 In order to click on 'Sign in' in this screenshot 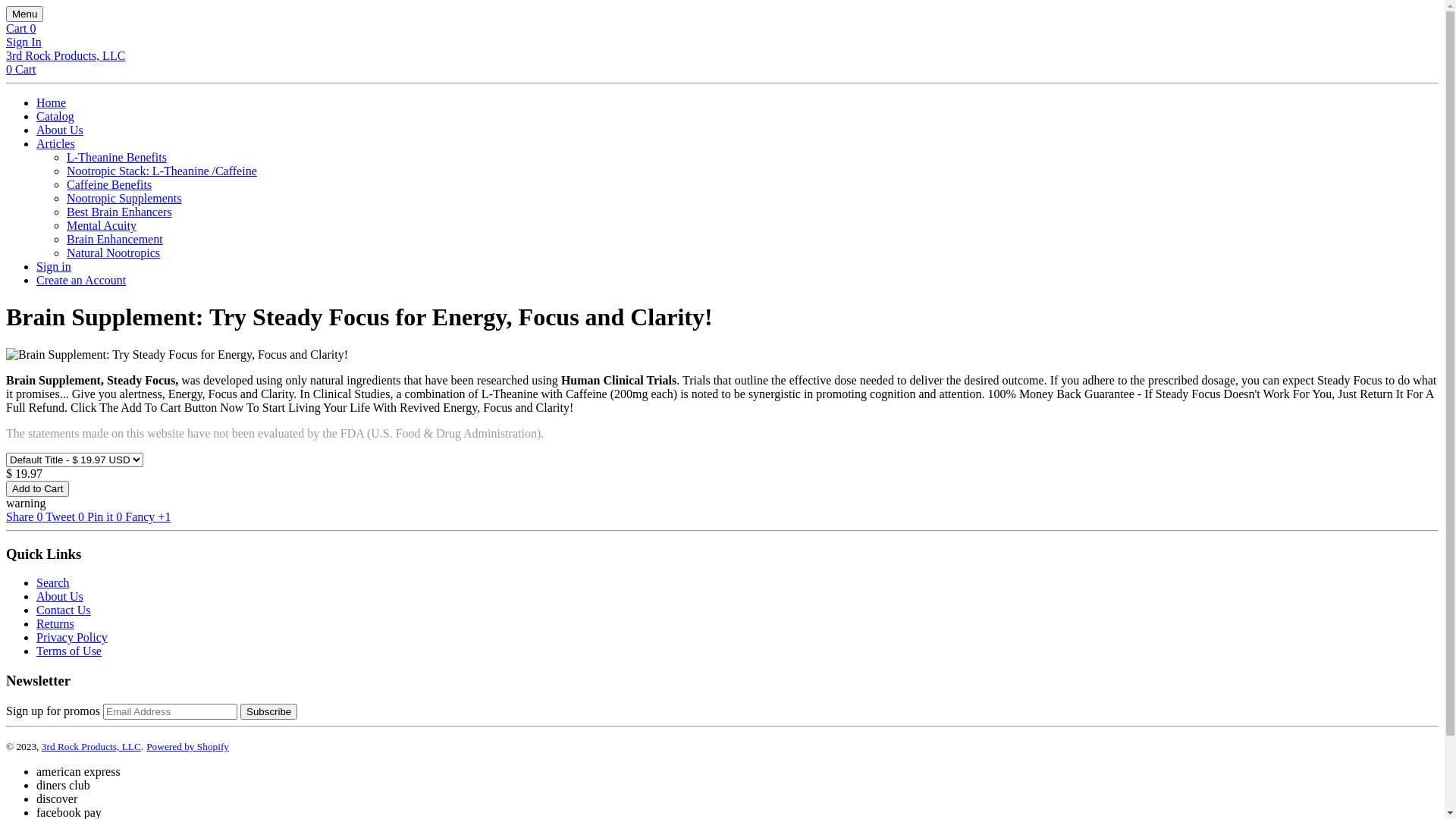, I will do `click(54, 265)`.